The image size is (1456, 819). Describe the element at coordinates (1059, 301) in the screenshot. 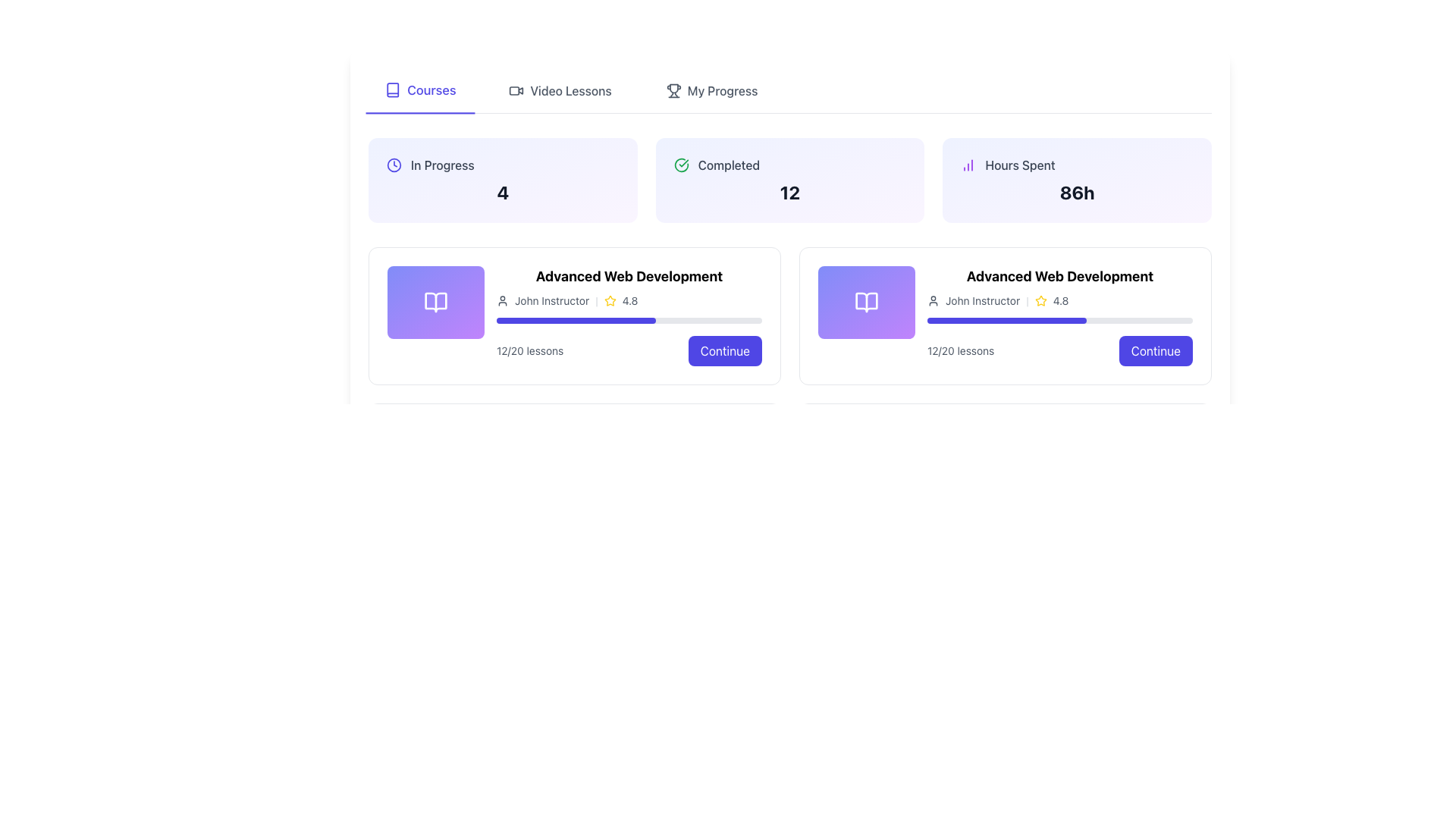

I see `the text element displaying 'John Instructor' and rating '4.8' with a yellow star icon` at that location.